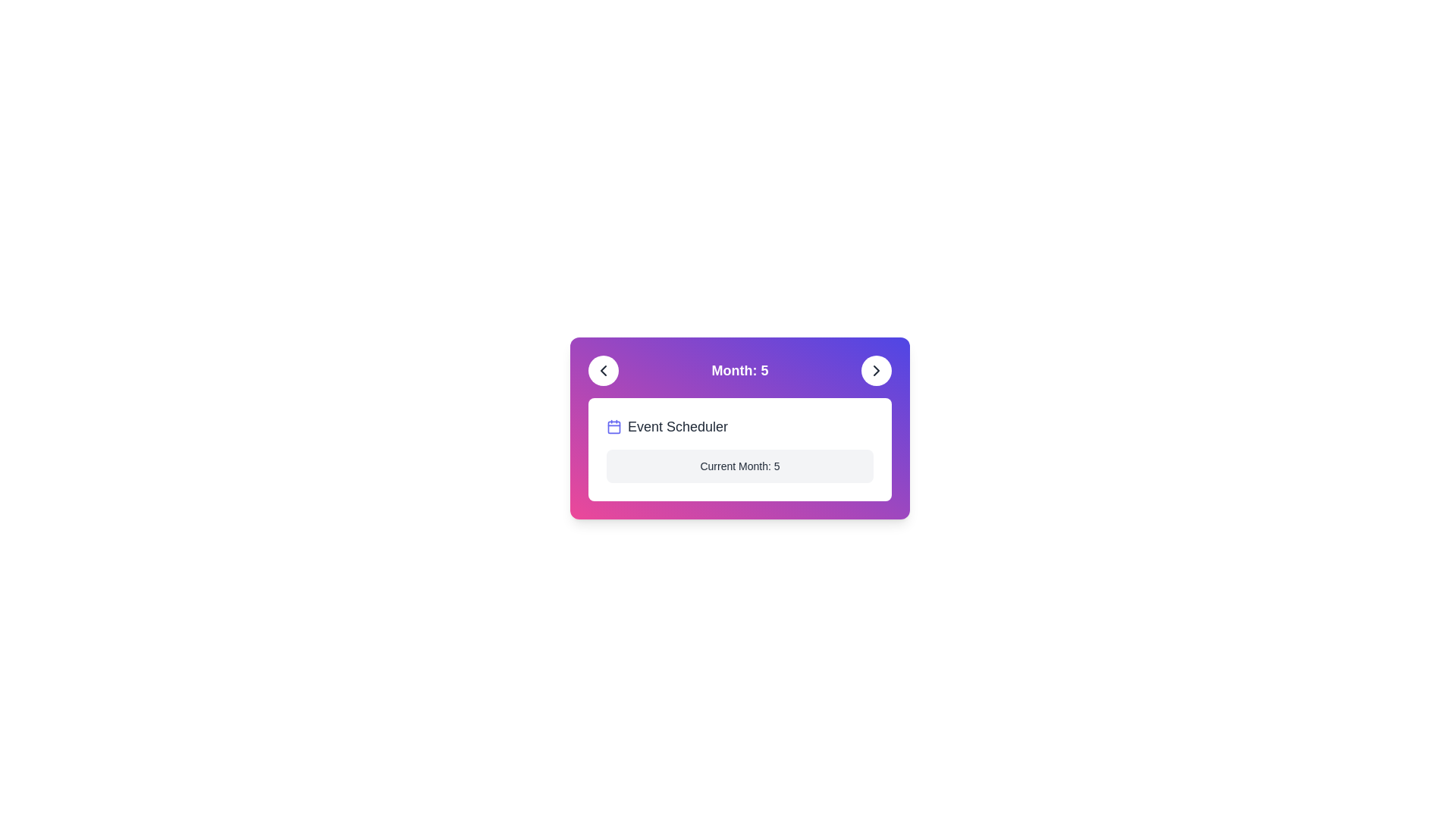 The height and width of the screenshot is (819, 1456). I want to click on the calendar icon represented by an SVG rectangle with rounded corners, positioned to the left of the 'Event Scheduler' text, so click(614, 427).